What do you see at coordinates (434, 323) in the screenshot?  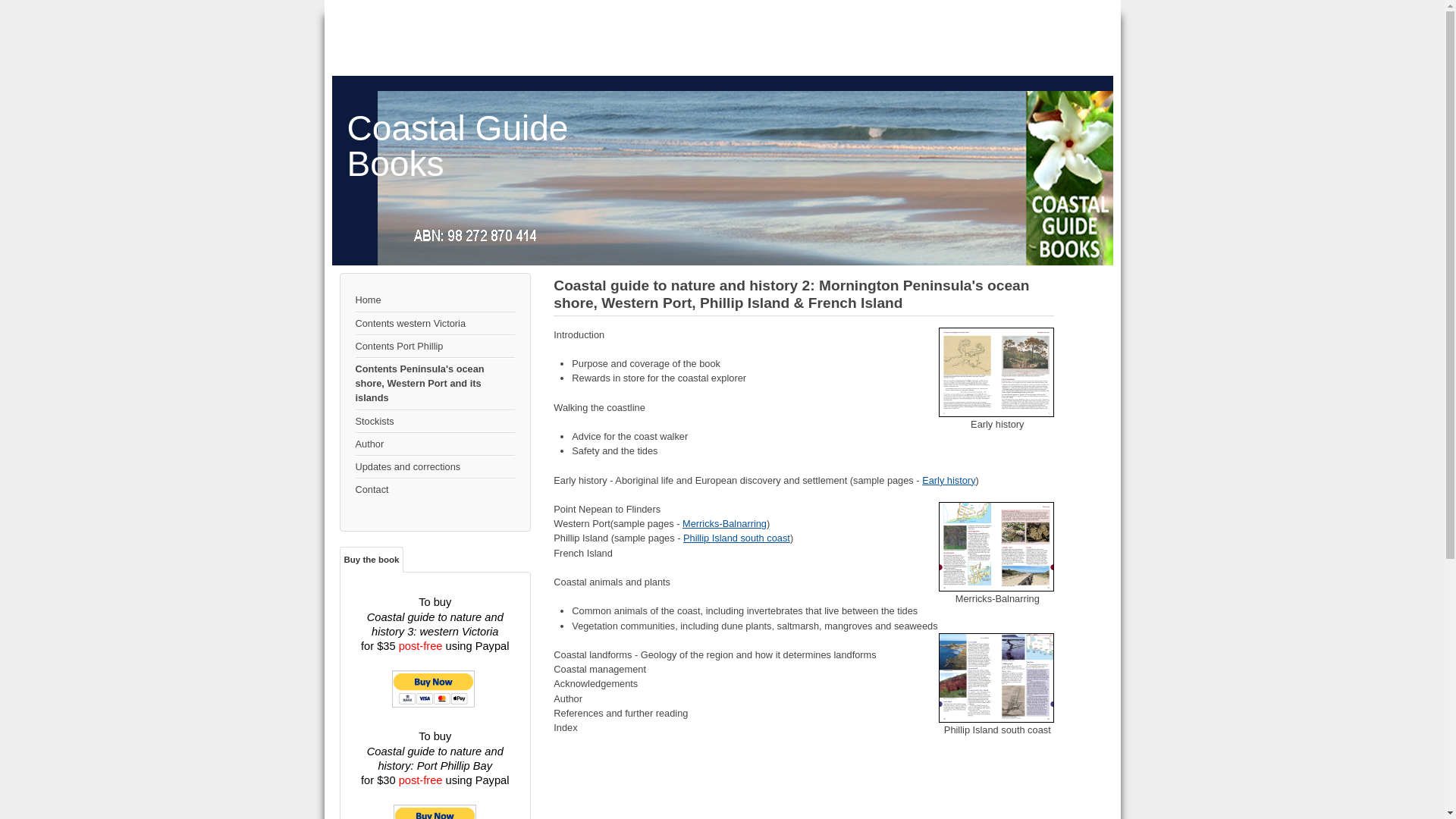 I see `'Contents western Victoria'` at bounding box center [434, 323].